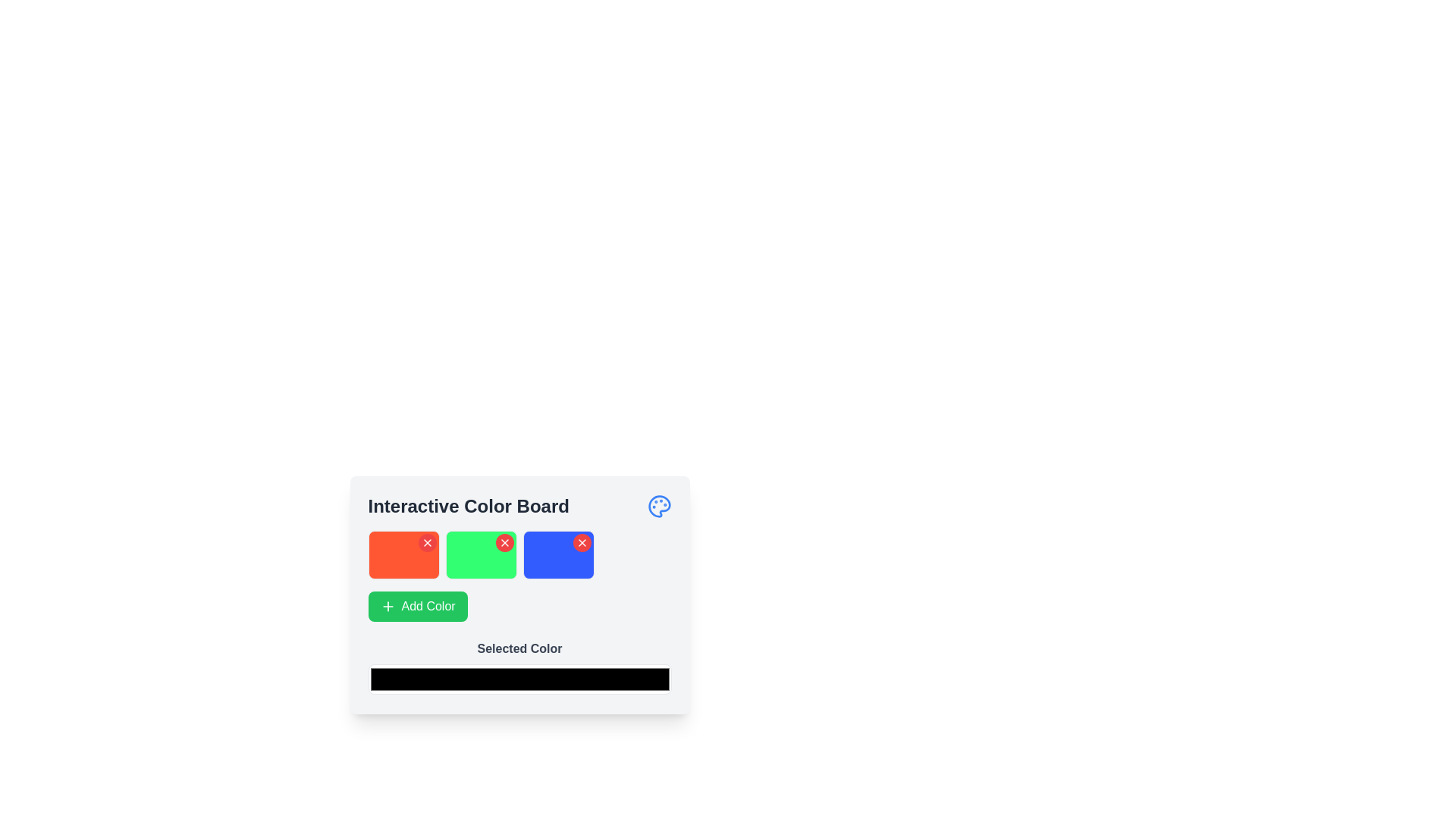  What do you see at coordinates (426, 542) in the screenshot?
I see `the close button located at the top-right corner of the red card` at bounding box center [426, 542].